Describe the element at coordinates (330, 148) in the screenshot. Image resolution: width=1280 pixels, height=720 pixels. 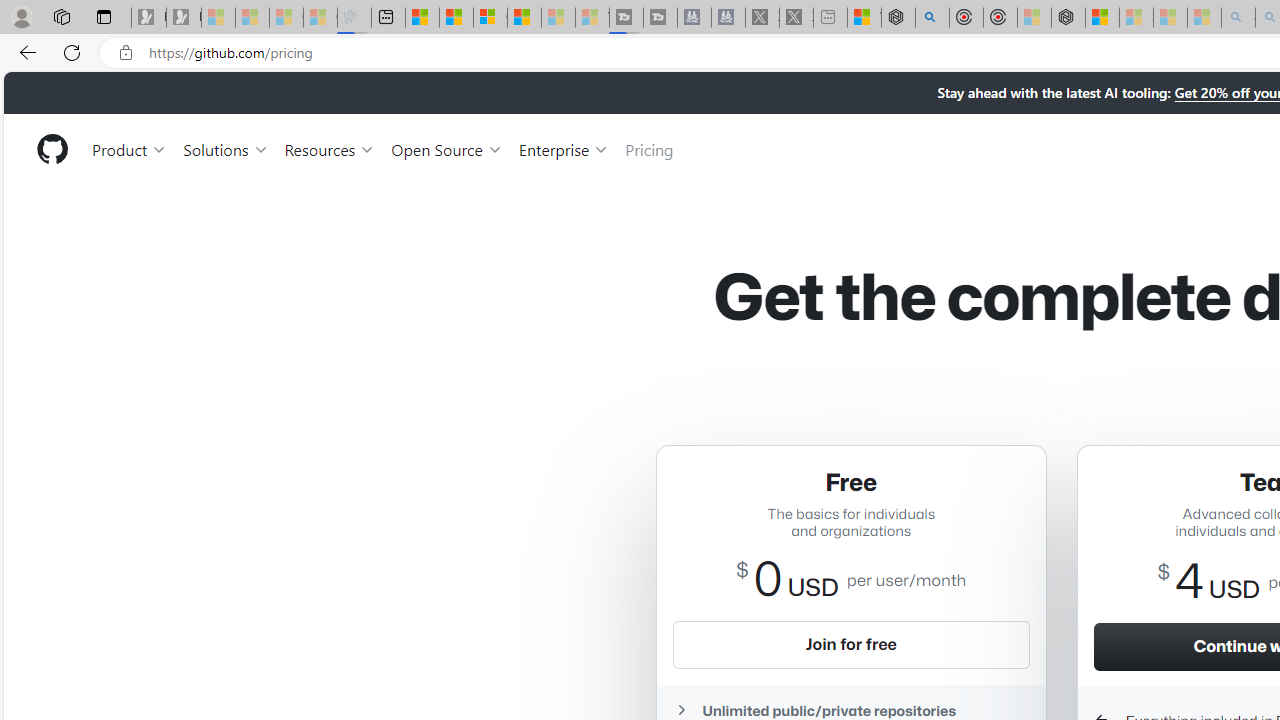
I see `'Resources'` at that location.